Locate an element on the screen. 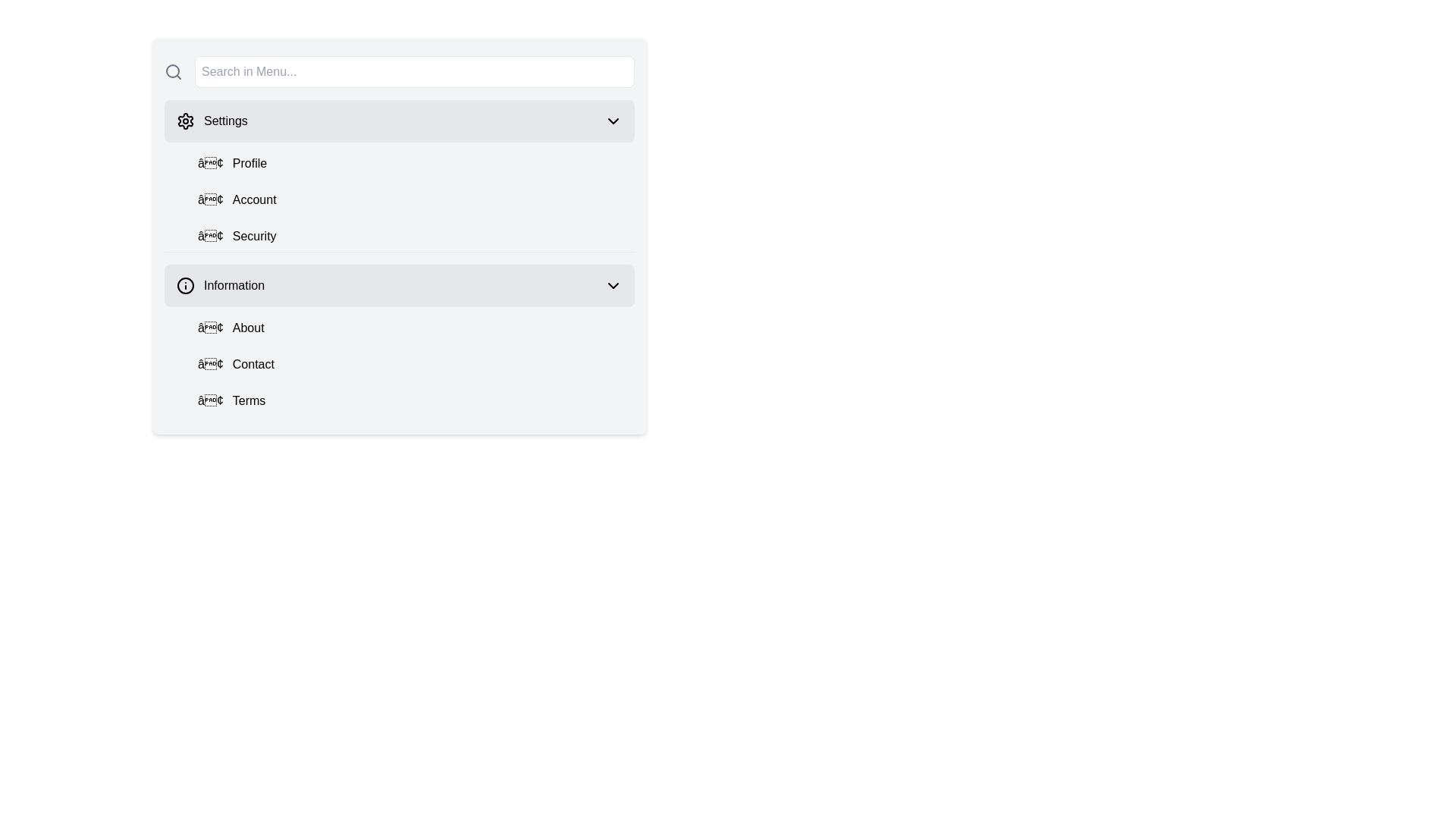 This screenshot has width=1456, height=819. the 'Information' label in the menu, which is positioned below the 'Settings' category and to the right of the 'info' icon is located at coordinates (233, 286).